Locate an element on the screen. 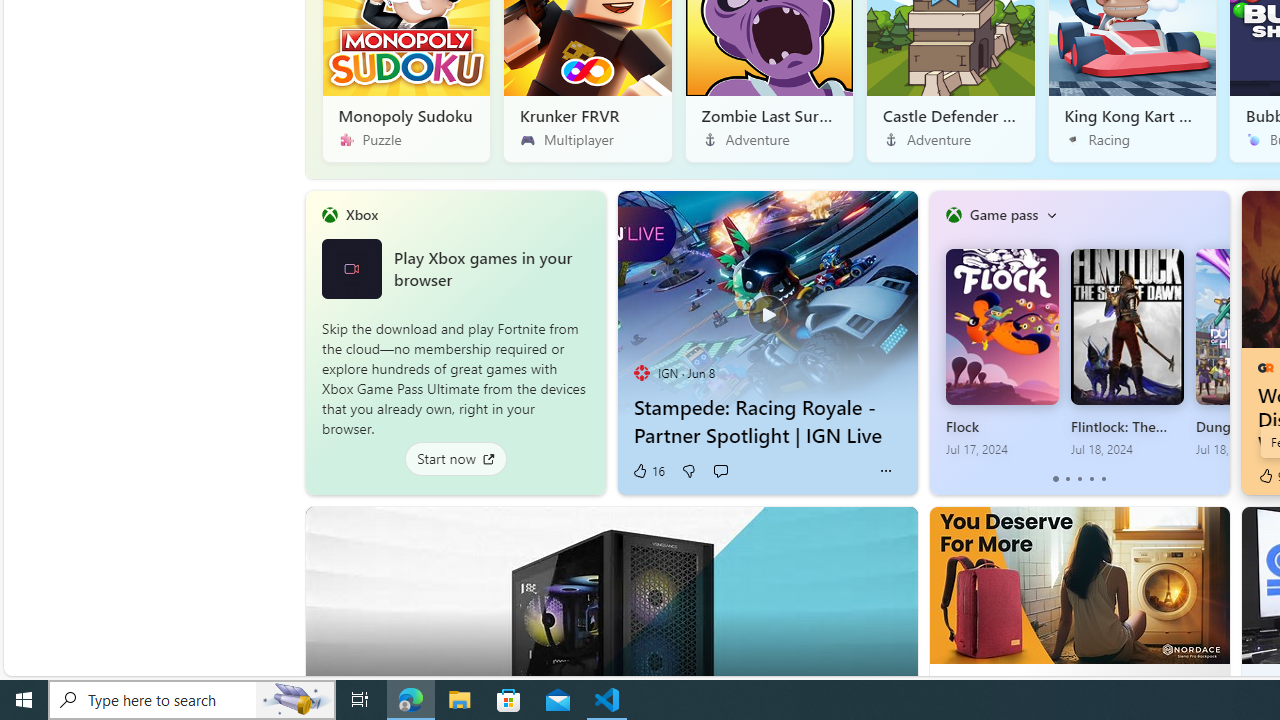 The height and width of the screenshot is (720, 1280). 'tab-2' is located at coordinates (1078, 479).